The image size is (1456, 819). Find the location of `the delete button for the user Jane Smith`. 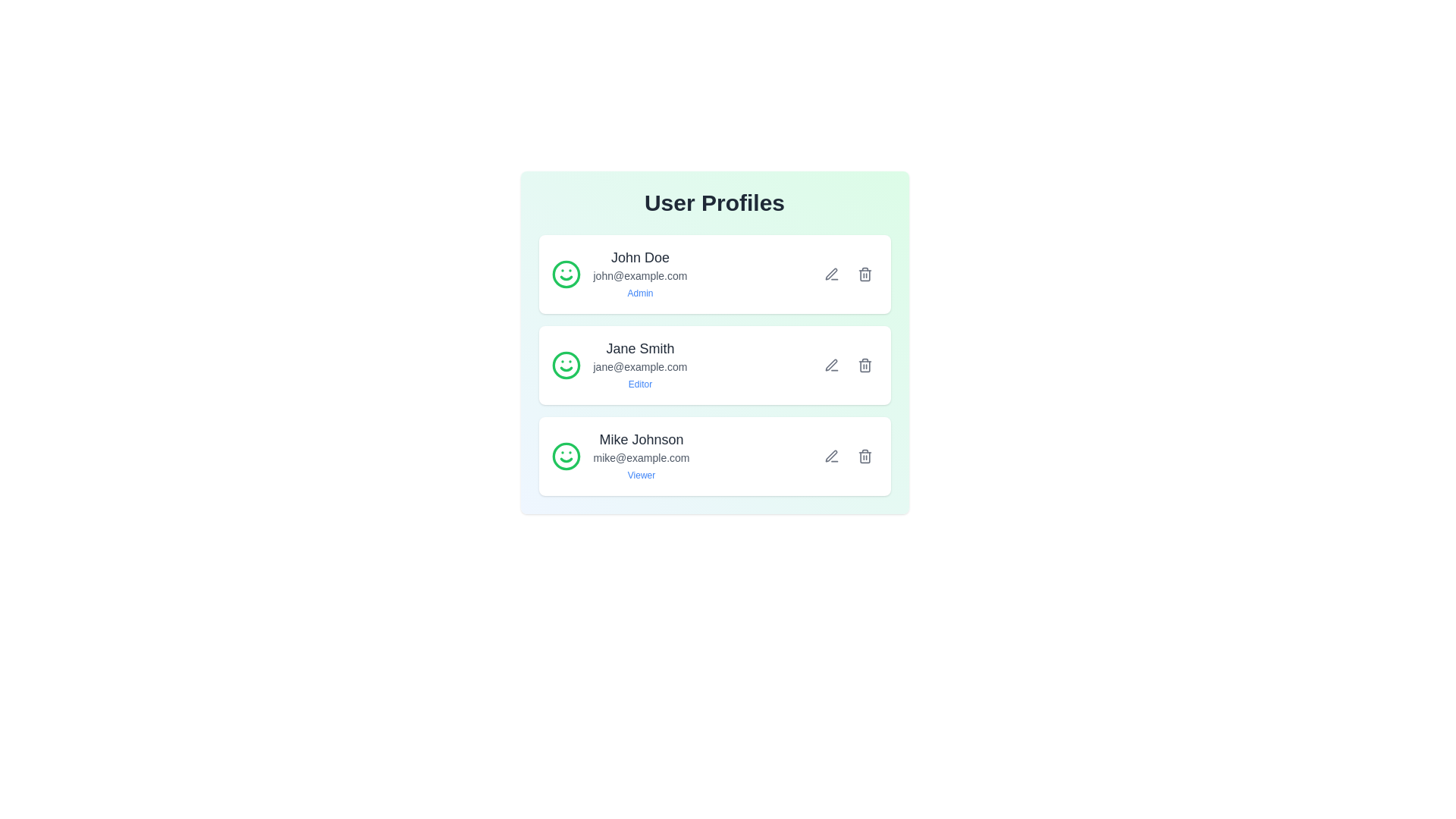

the delete button for the user Jane Smith is located at coordinates (864, 366).